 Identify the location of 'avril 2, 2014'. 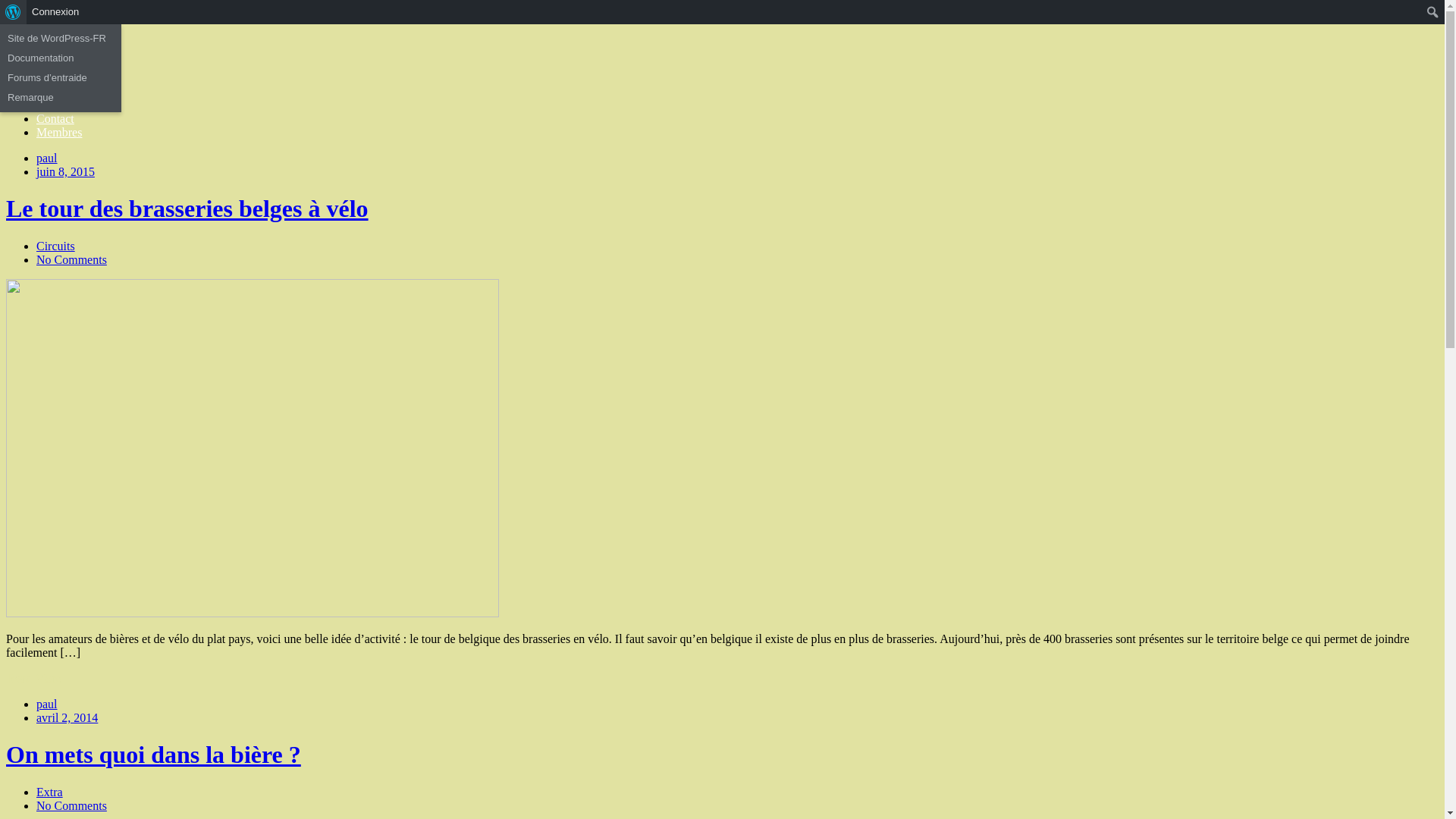
(66, 717).